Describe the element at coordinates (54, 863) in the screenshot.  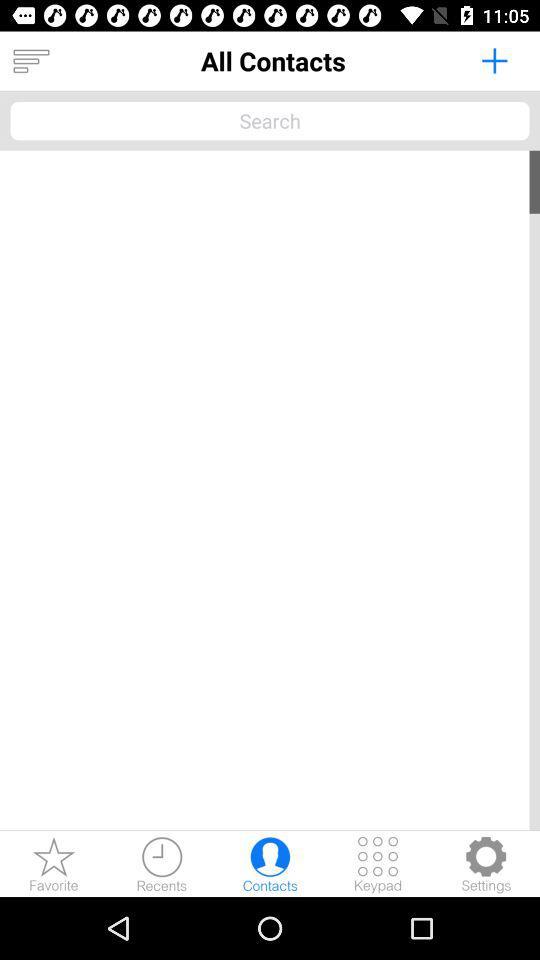
I see `the star icon` at that location.